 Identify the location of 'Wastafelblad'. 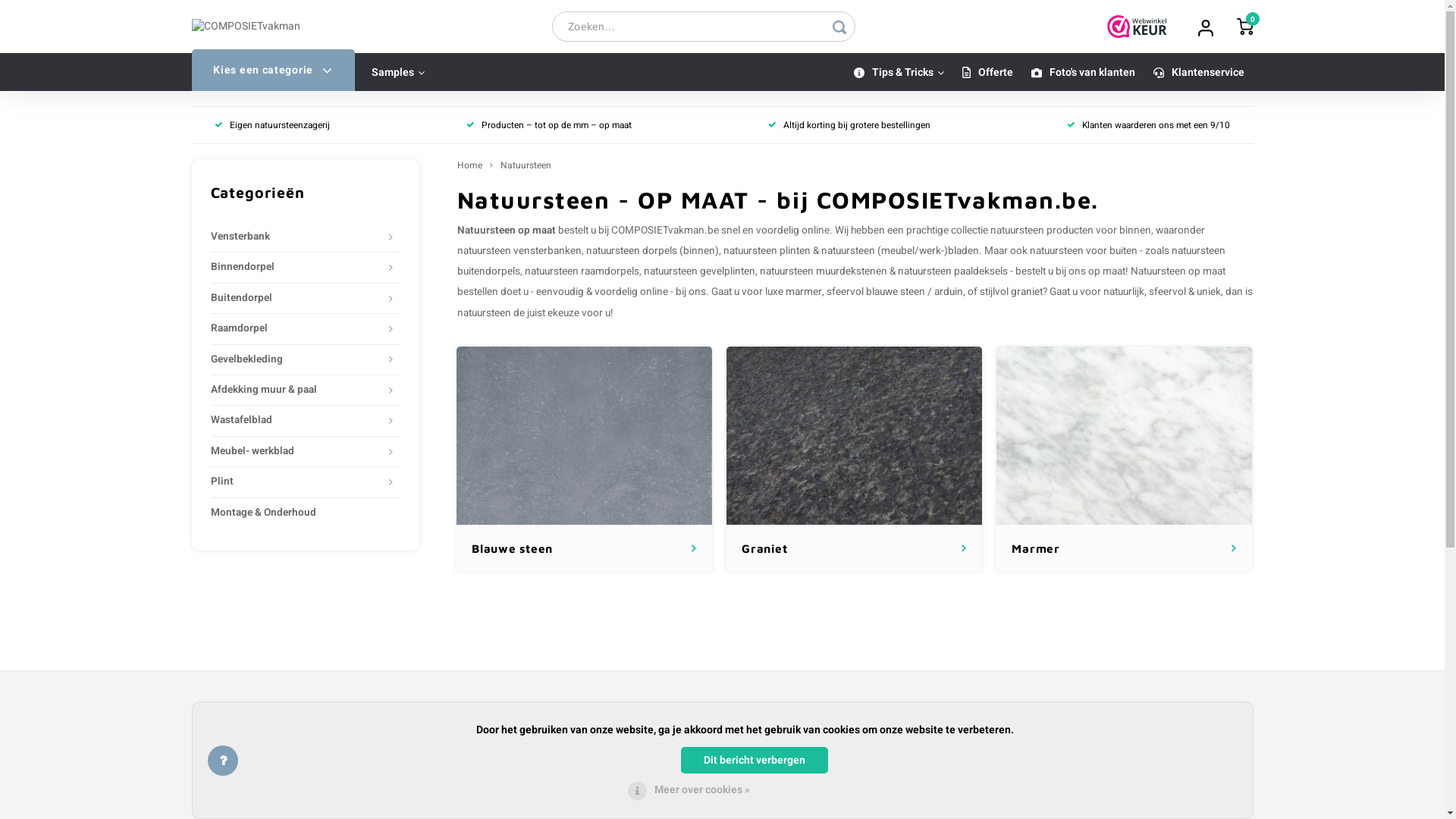
(296, 420).